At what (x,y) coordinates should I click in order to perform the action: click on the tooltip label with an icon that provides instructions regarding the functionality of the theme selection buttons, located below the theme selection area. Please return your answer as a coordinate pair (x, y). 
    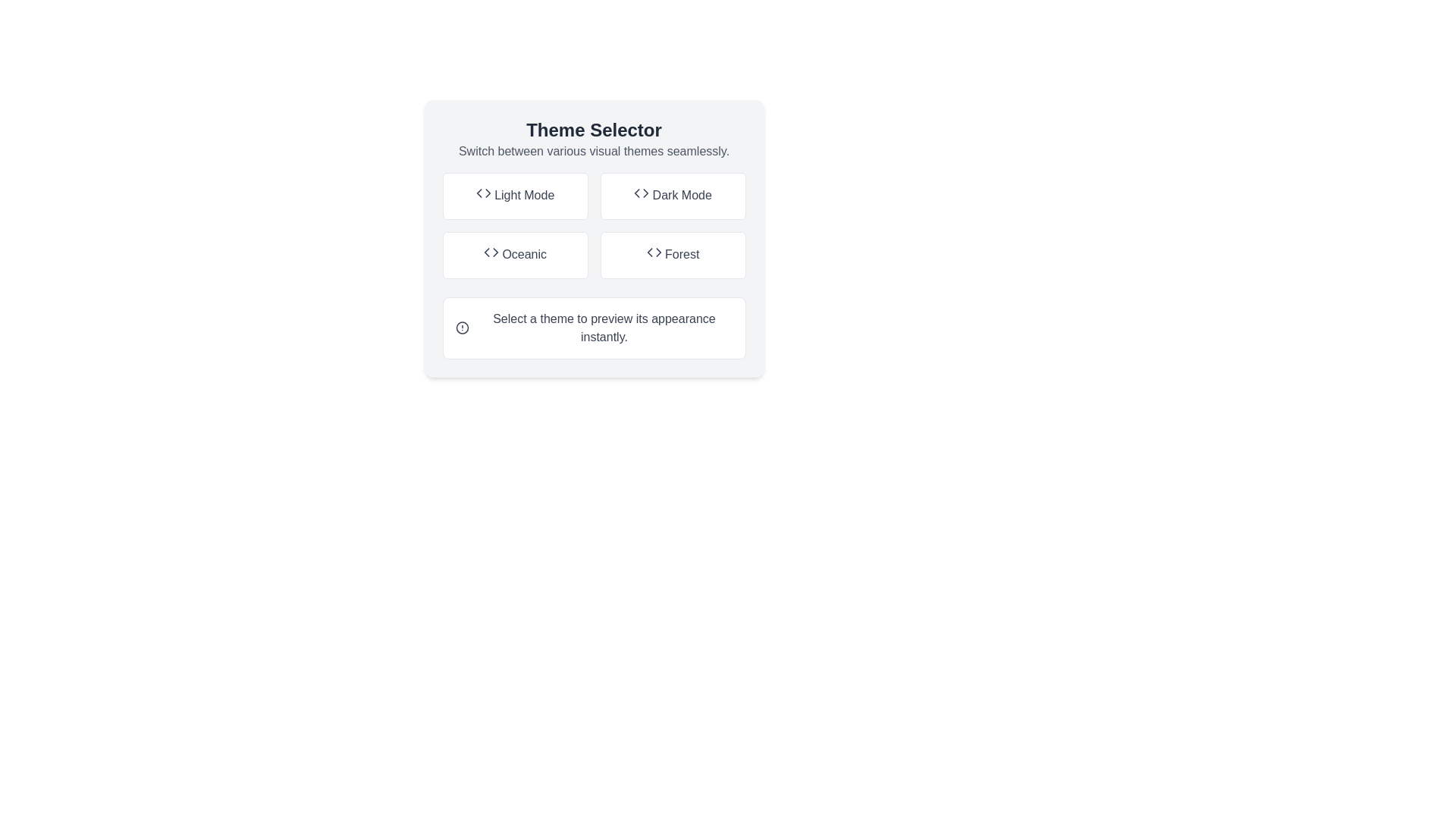
    Looking at the image, I should click on (593, 327).